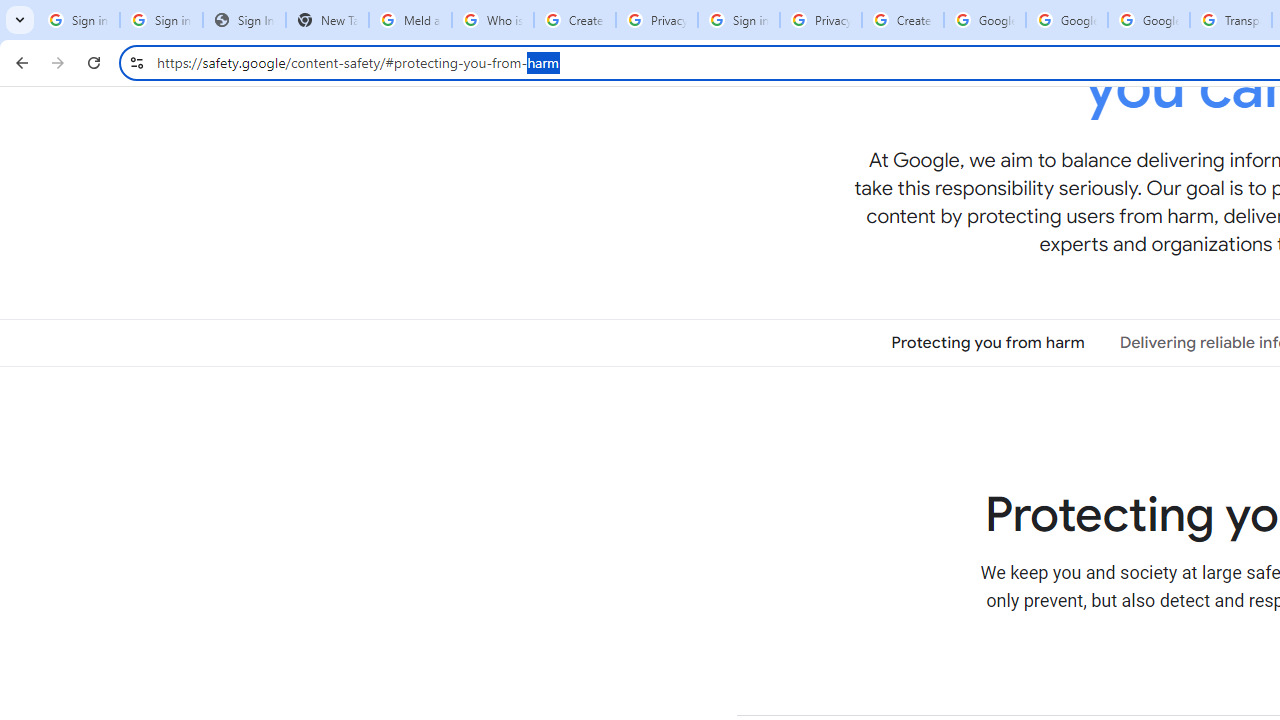 Image resolution: width=1280 pixels, height=720 pixels. What do you see at coordinates (327, 20) in the screenshot?
I see `'New Tab'` at bounding box center [327, 20].